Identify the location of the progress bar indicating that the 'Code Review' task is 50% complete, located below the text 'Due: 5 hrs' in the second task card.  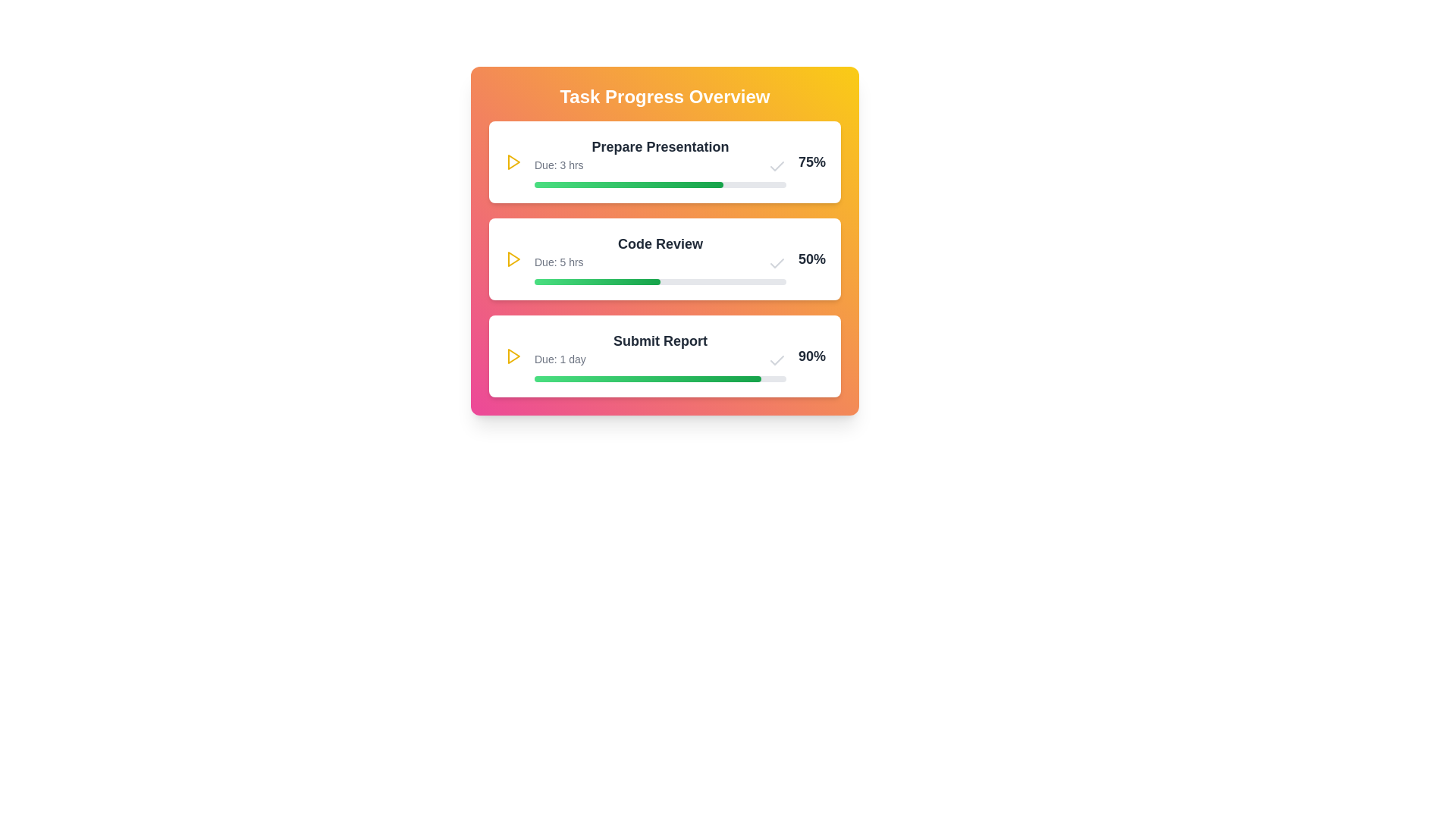
(596, 281).